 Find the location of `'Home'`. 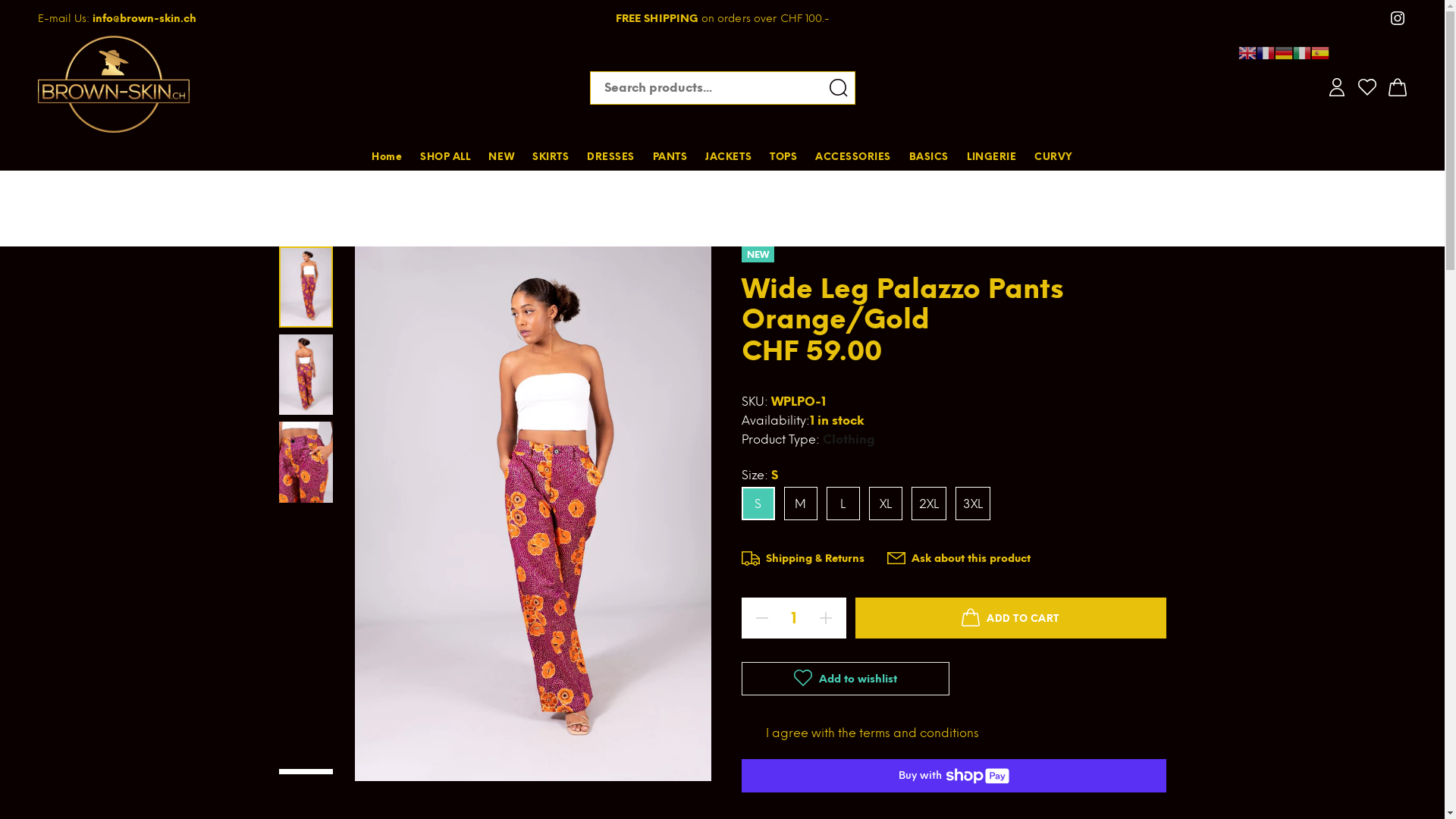

'Home' is located at coordinates (391, 155).